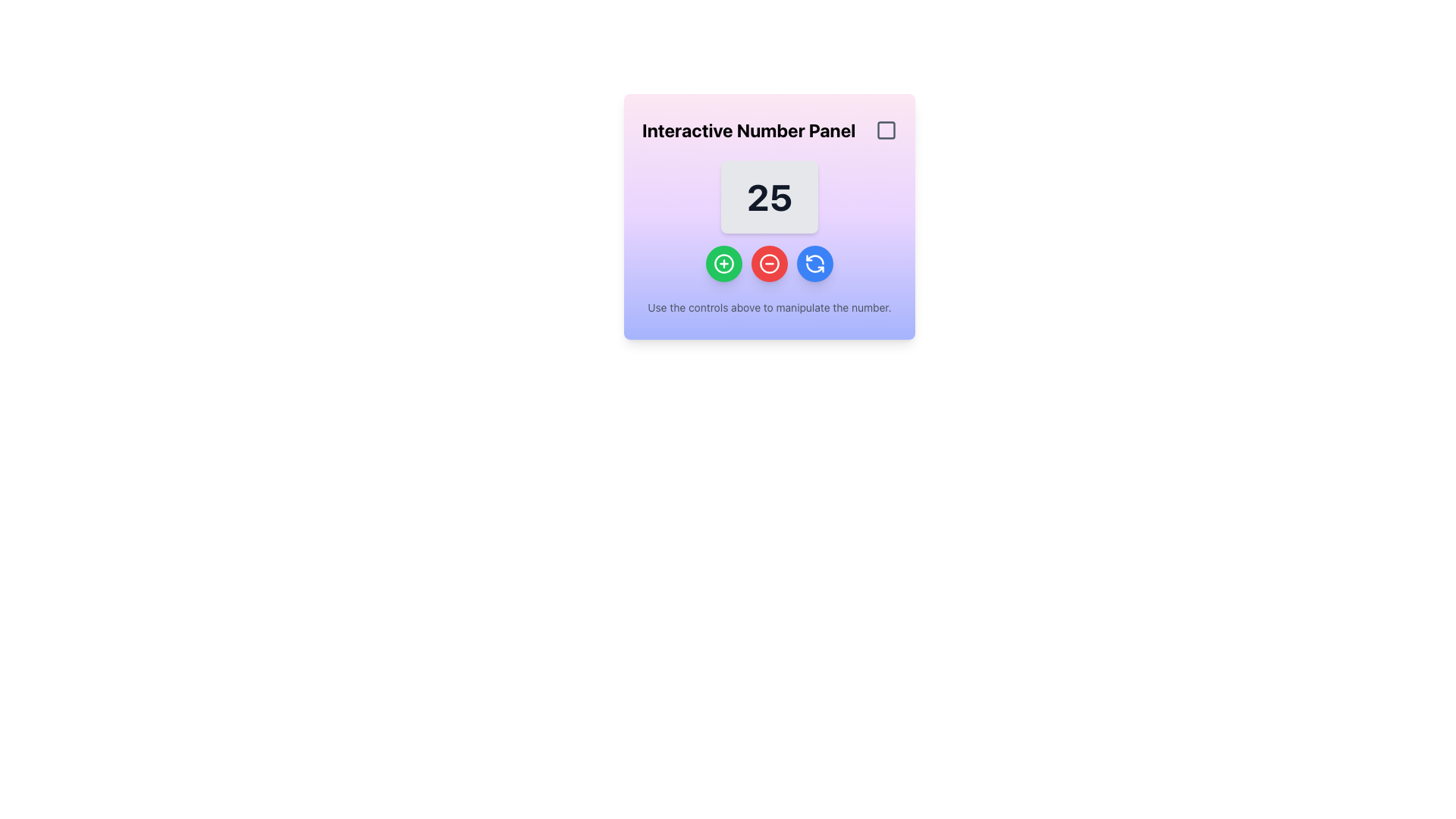 The image size is (1456, 819). Describe the element at coordinates (769, 262) in the screenshot. I see `the decrement button` at that location.